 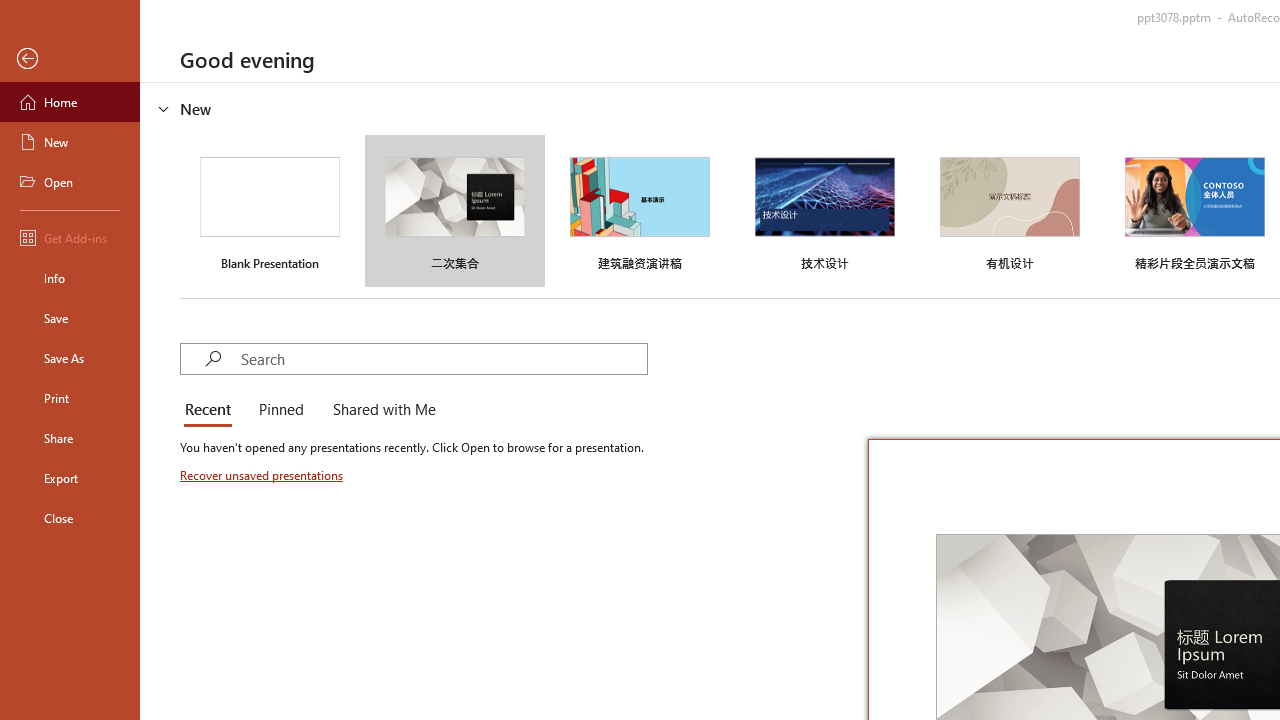 What do you see at coordinates (69, 478) in the screenshot?
I see `'Export'` at bounding box center [69, 478].